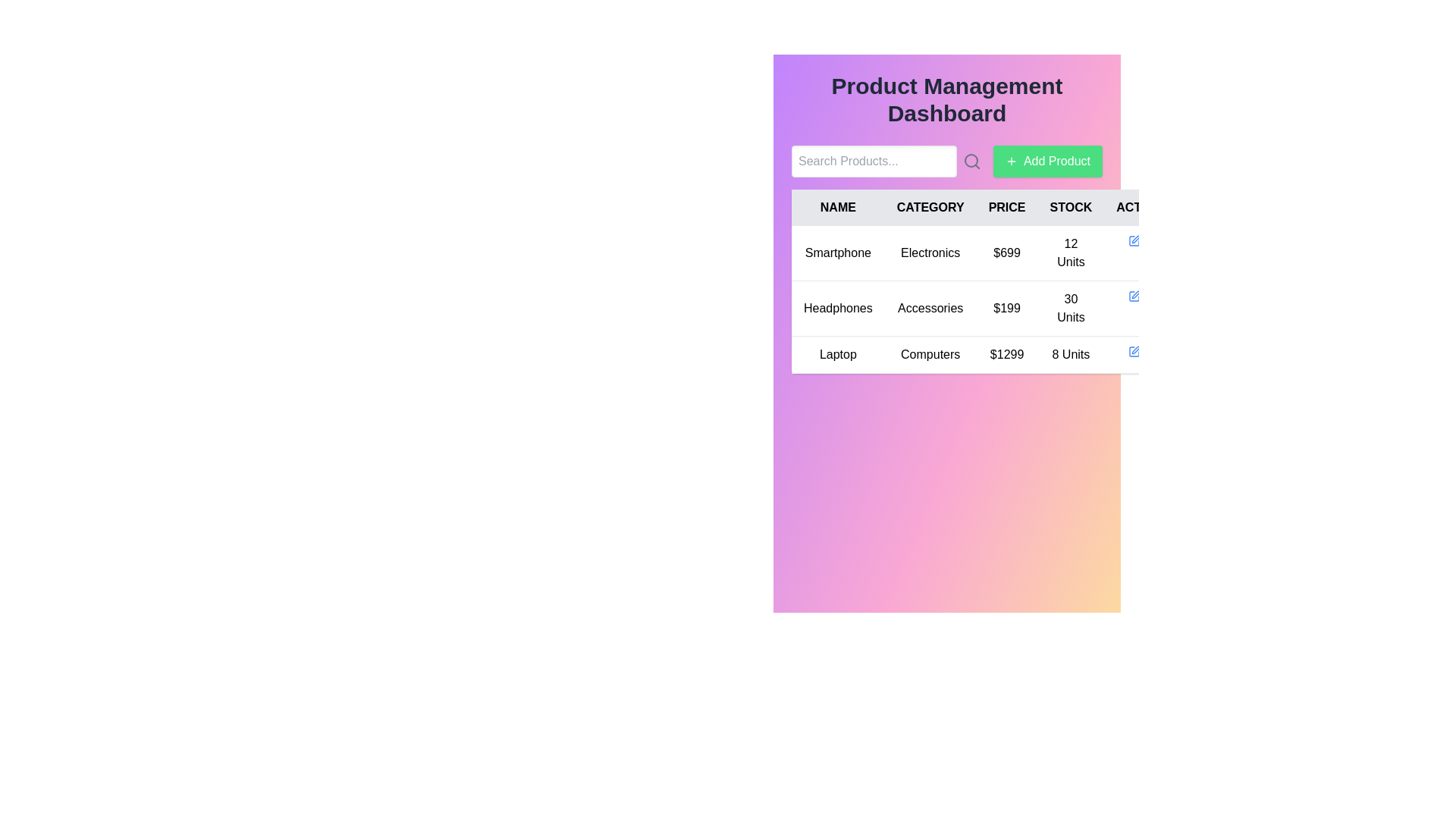 Image resolution: width=1456 pixels, height=819 pixels. Describe the element at coordinates (987, 354) in the screenshot. I see `data presented in the table row containing 'Laptop' in the 'Name' column, 'Computers' in the 'Category' column, '$1299' in the 'Price' column, and '8 Units' in the 'Stock' column, along with the edit icon represented as a blue pen` at that location.